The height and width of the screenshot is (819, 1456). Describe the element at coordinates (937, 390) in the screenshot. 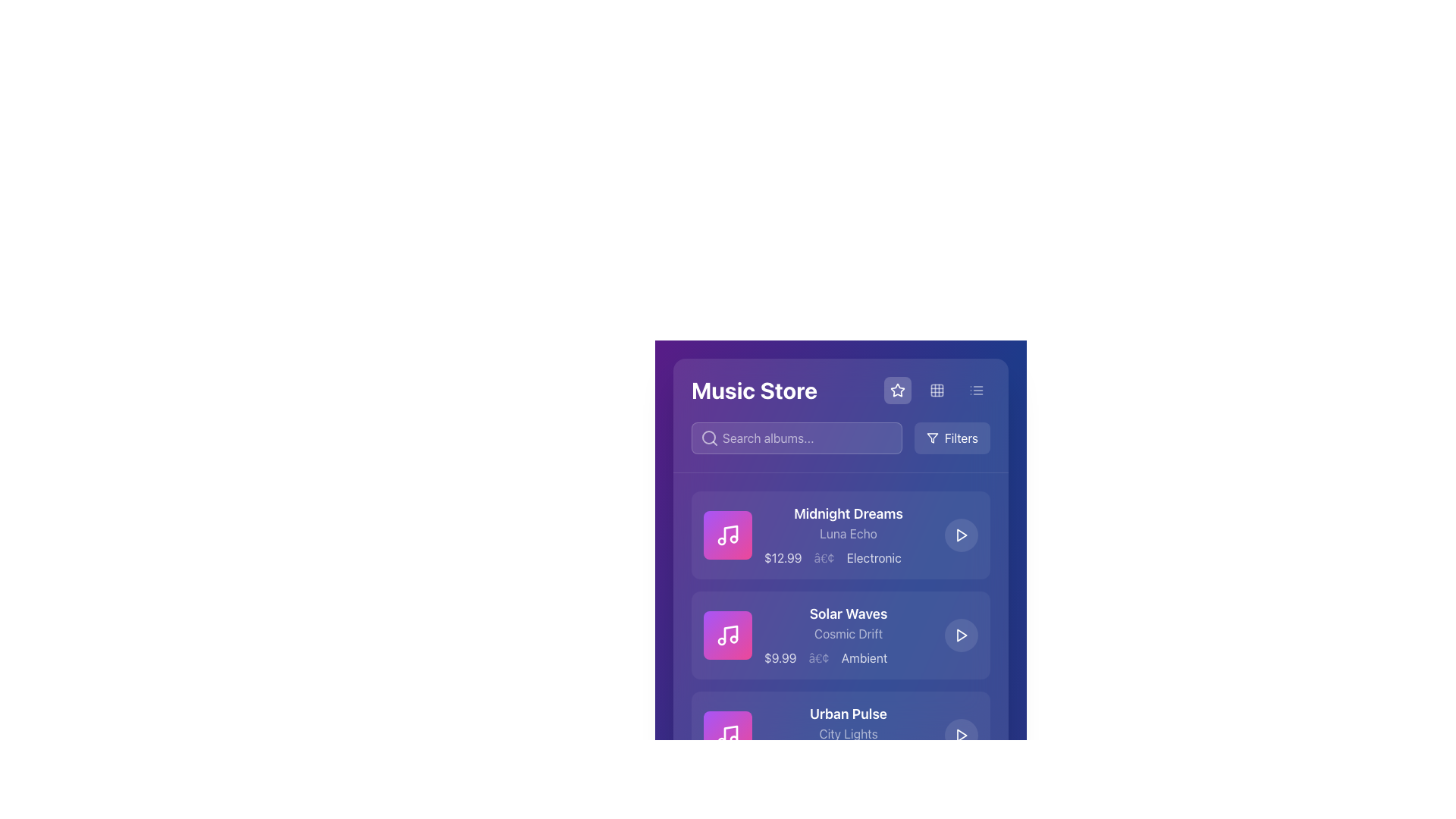

I see `the toggle button located in the top right corner of the interface` at that location.